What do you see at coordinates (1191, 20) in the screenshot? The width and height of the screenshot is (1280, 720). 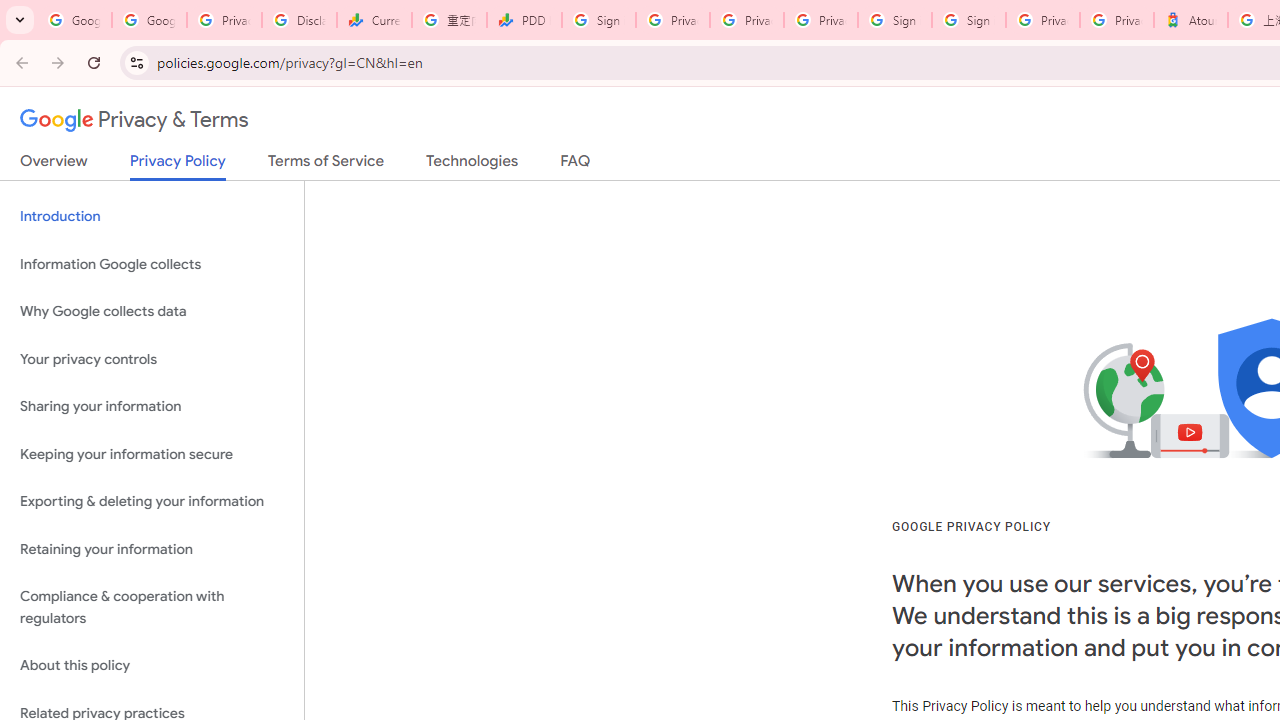 I see `'Atour Hotel - Google hotels'` at bounding box center [1191, 20].